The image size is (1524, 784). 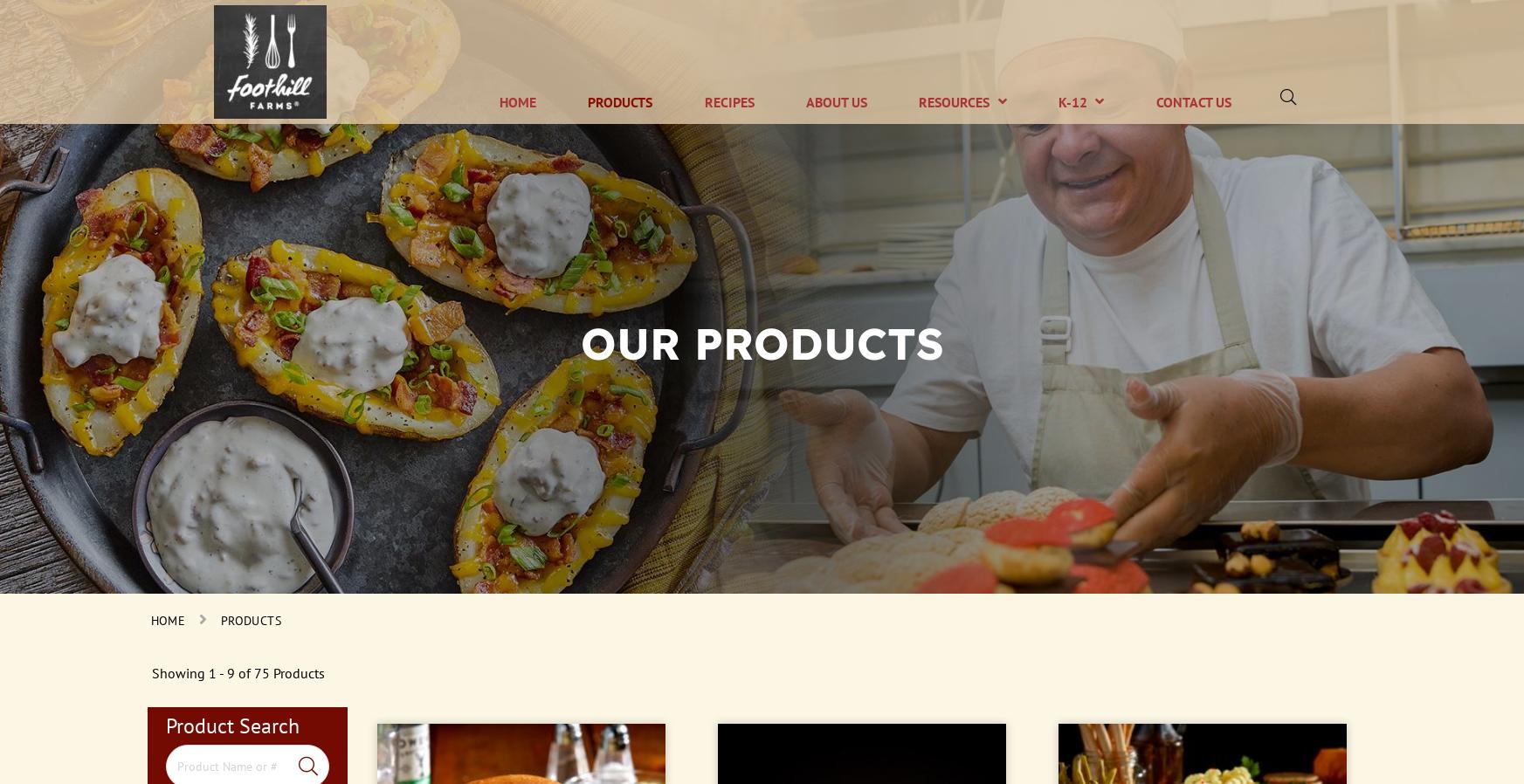 What do you see at coordinates (760, 343) in the screenshot?
I see `'Our Products'` at bounding box center [760, 343].